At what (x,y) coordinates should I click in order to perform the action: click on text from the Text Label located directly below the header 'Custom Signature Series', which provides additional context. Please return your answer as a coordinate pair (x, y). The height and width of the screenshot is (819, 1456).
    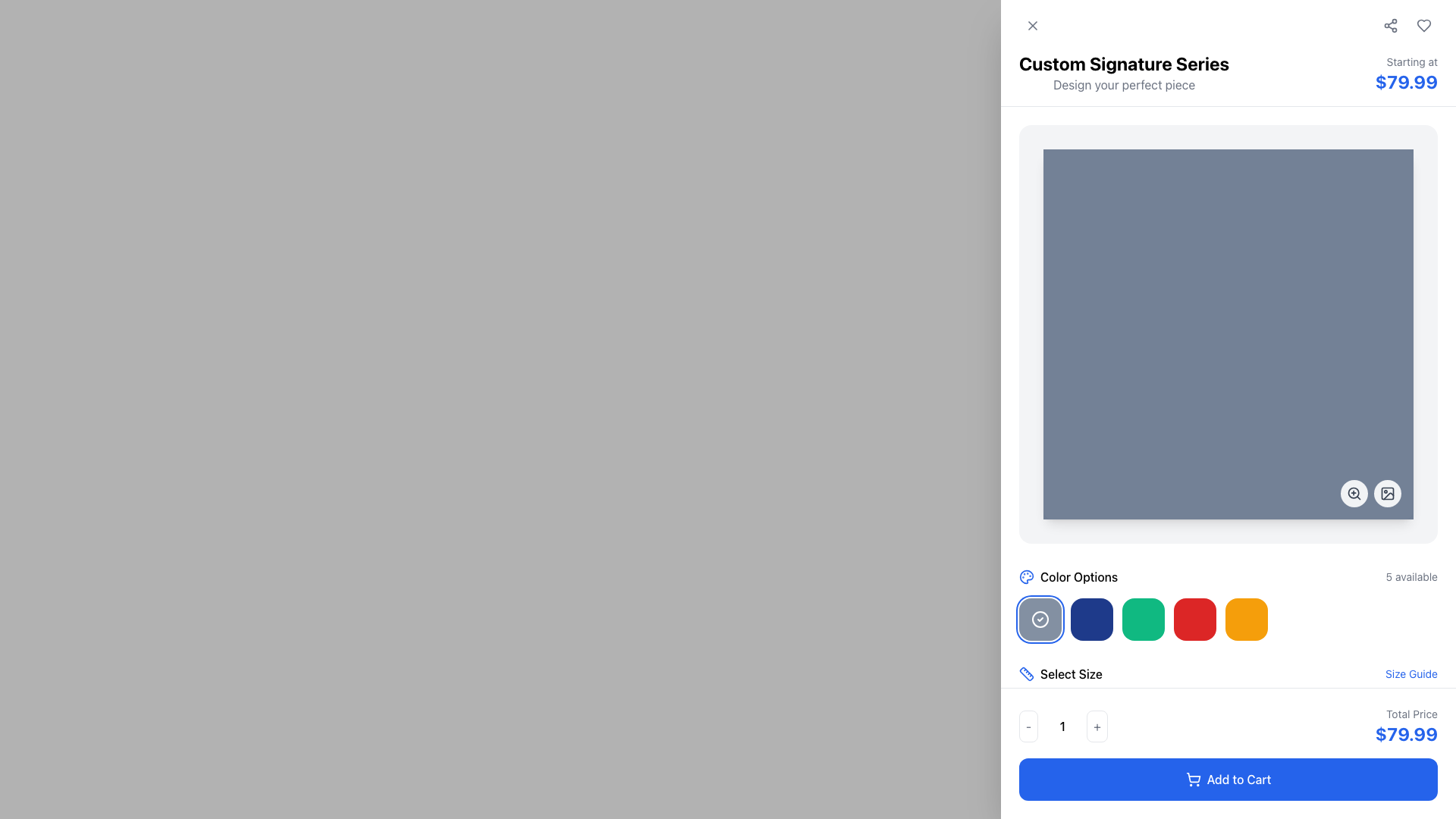
    Looking at the image, I should click on (1124, 84).